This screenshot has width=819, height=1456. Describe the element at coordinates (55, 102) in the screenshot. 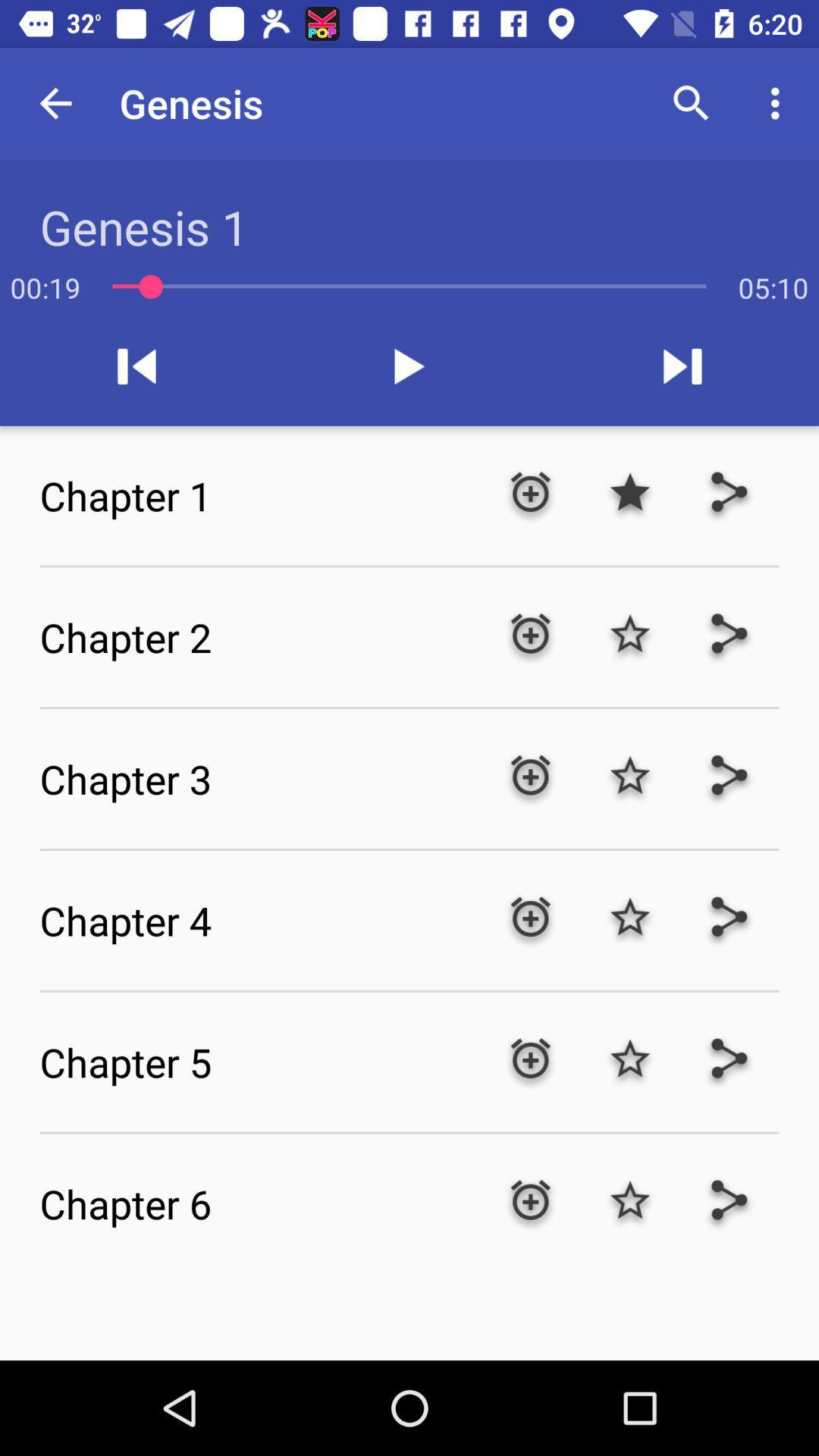

I see `item to the left of the genesis item` at that location.